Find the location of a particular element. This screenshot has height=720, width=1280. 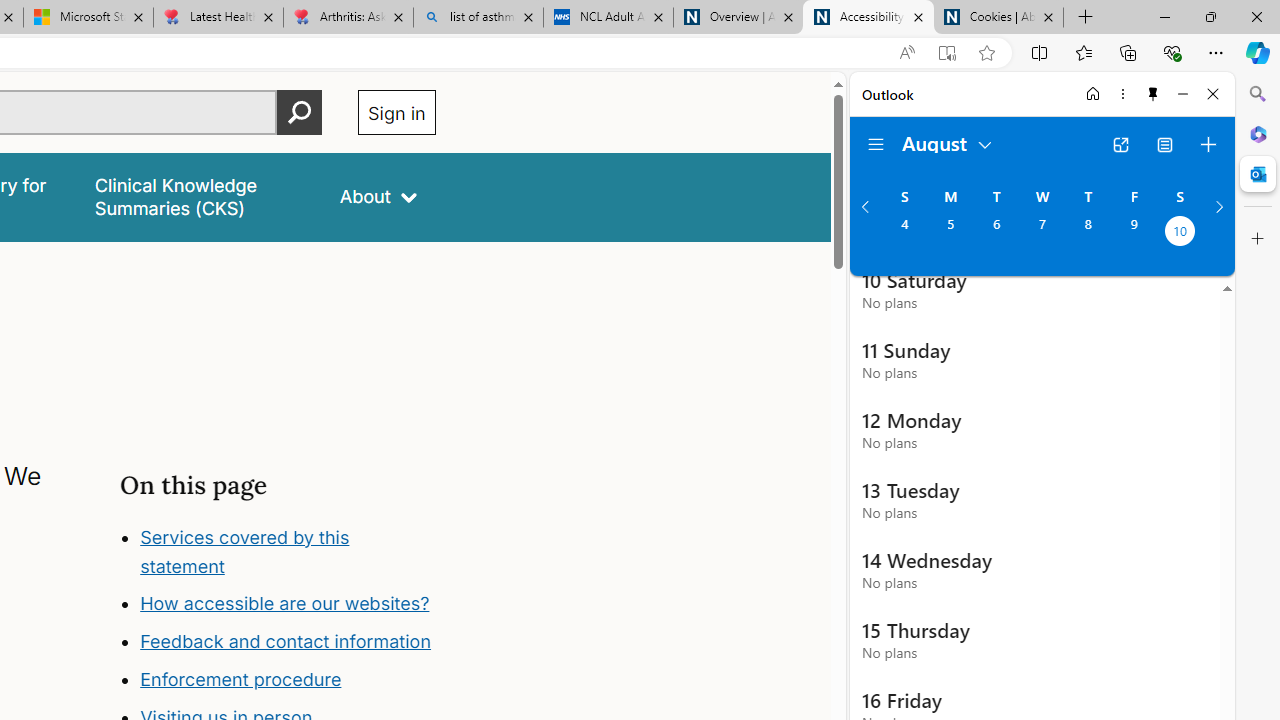

'Create event' is located at coordinates (1207, 144).